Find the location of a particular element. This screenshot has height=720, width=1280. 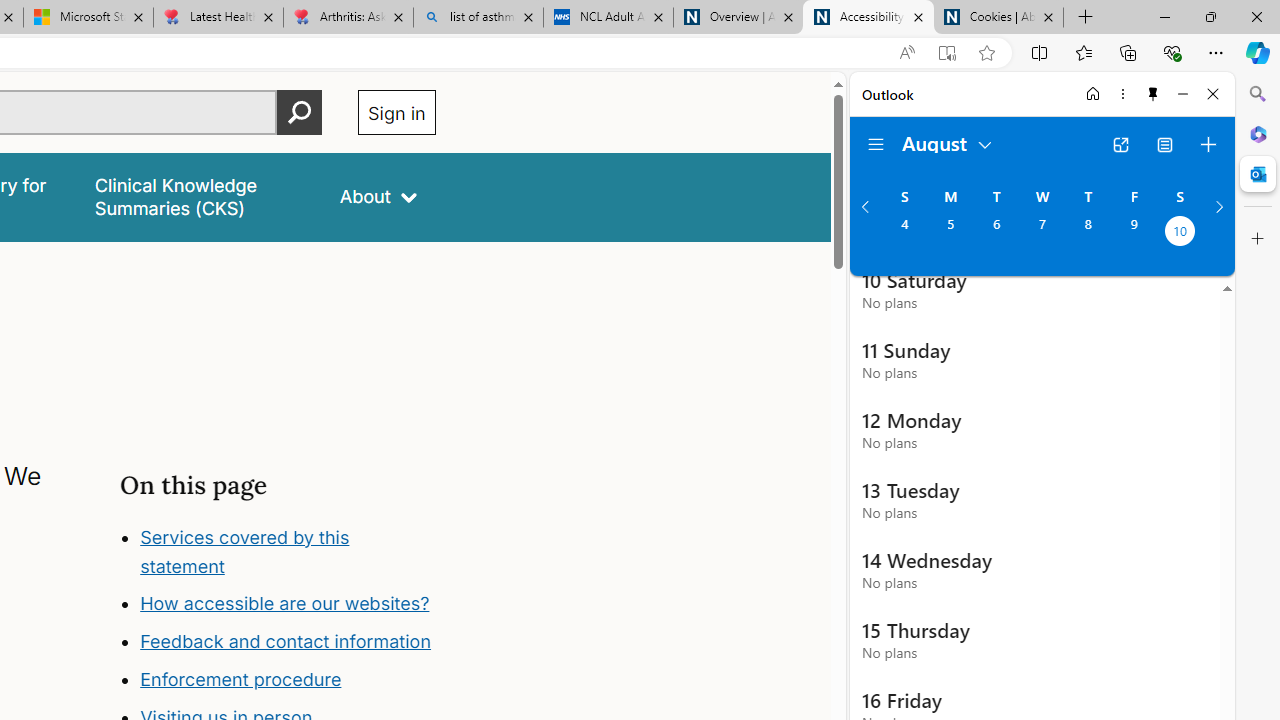

'Create event' is located at coordinates (1207, 144).